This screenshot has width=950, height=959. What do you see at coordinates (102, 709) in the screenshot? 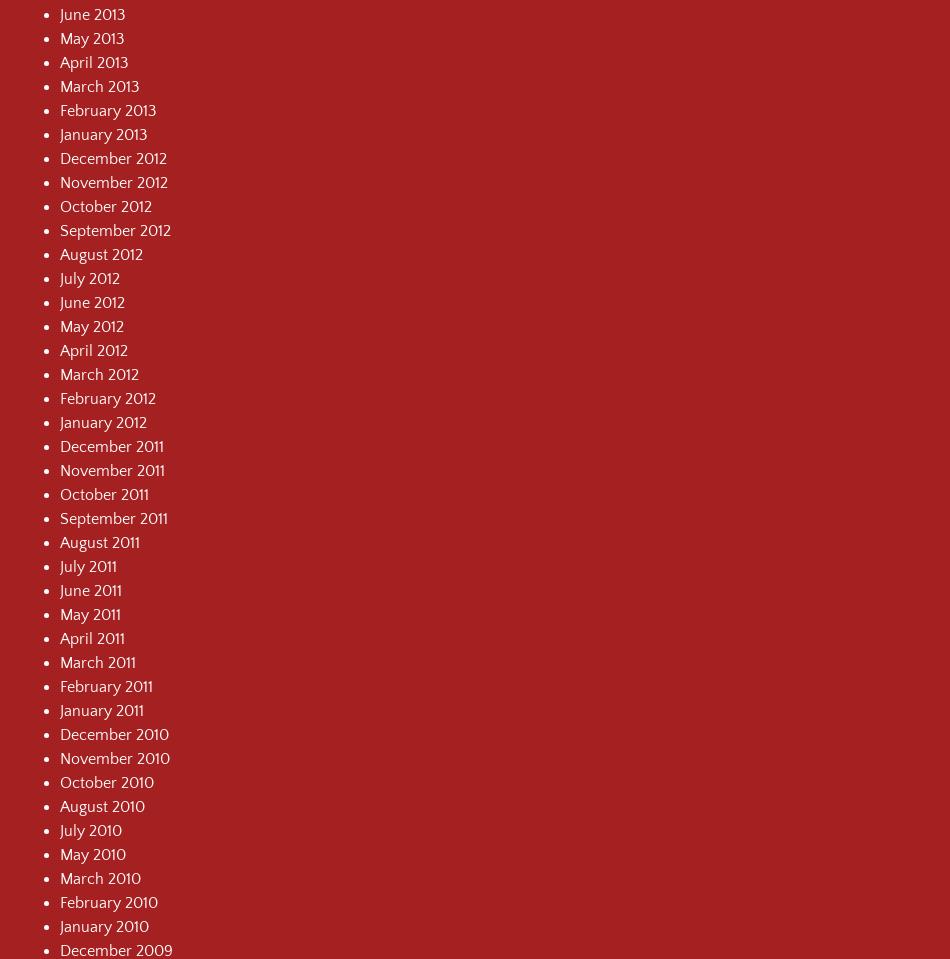
I see `'January 2011'` at bounding box center [102, 709].